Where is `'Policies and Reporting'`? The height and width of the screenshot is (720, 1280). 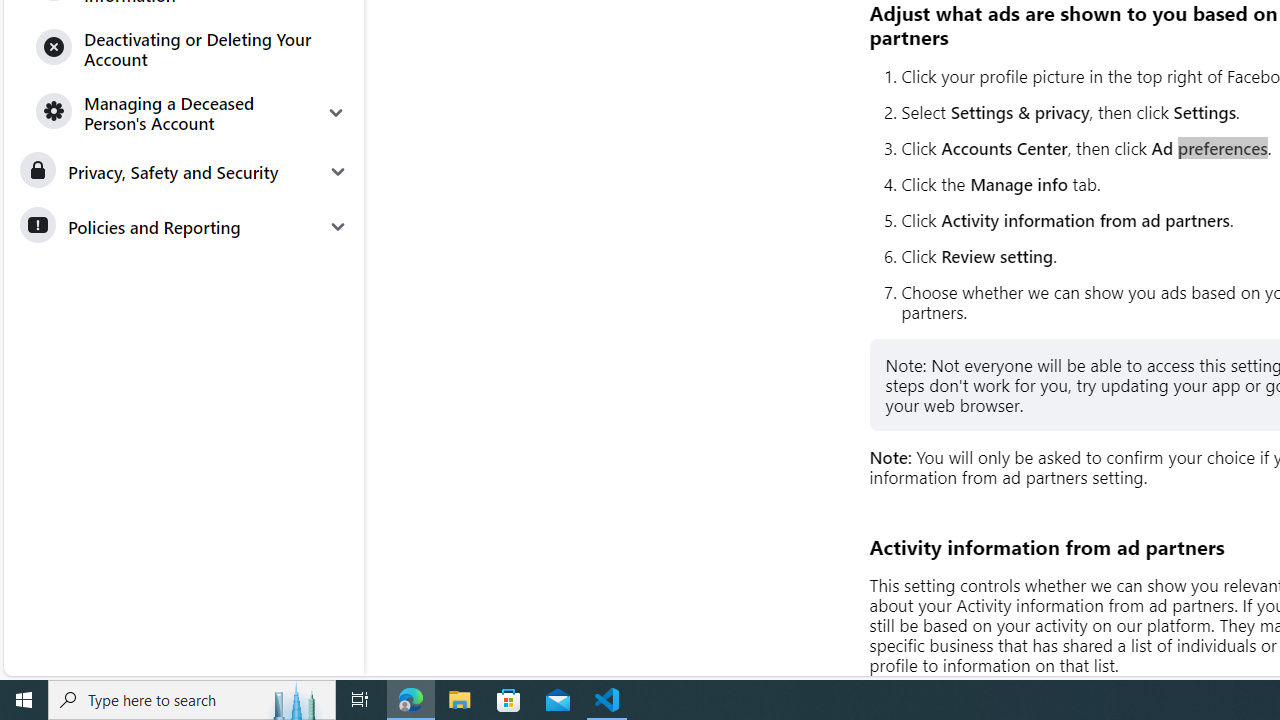 'Policies and Reporting' is located at coordinates (183, 225).